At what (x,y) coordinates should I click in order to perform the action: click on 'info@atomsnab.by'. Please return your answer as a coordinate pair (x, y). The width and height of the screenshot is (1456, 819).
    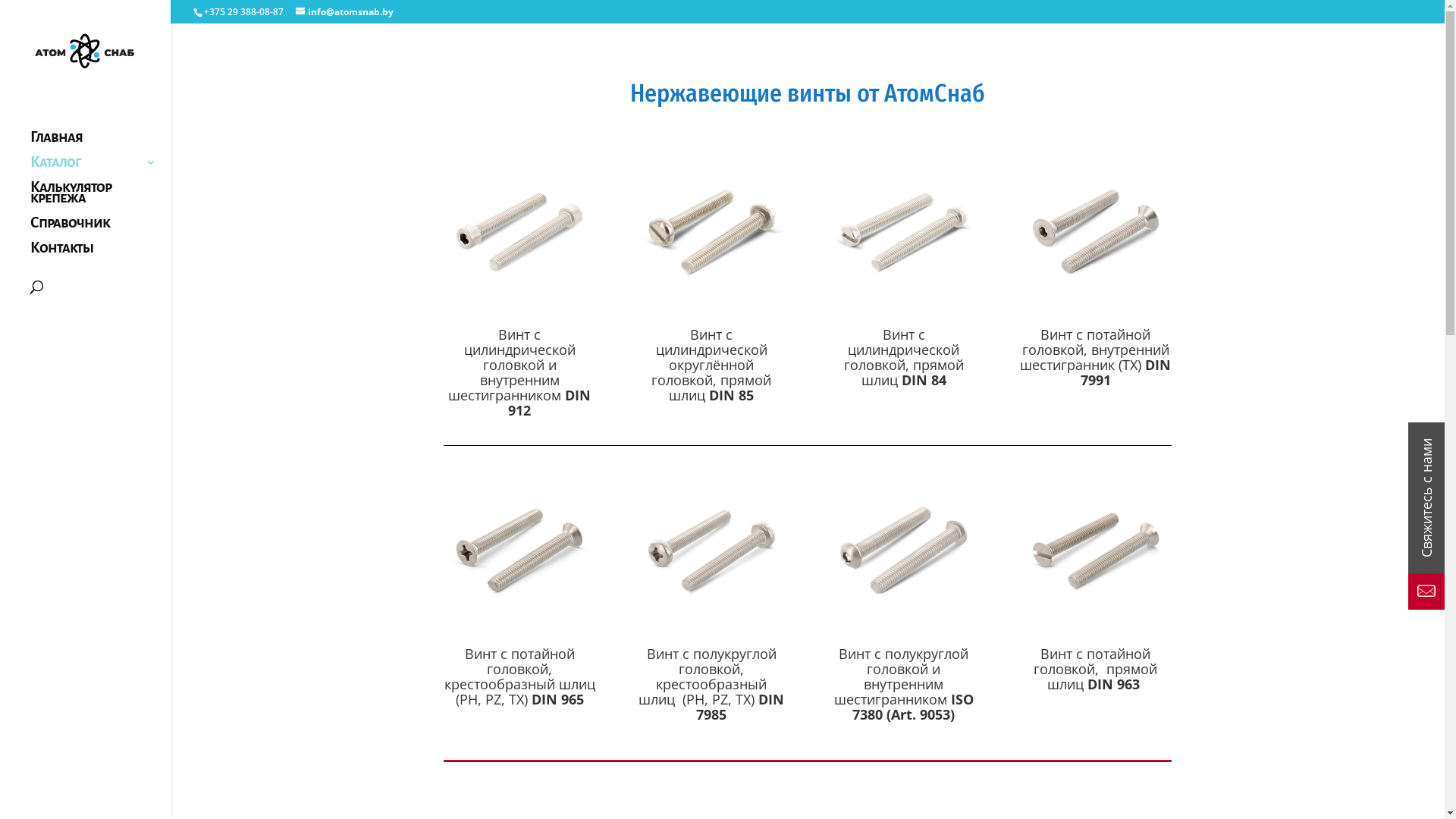
    Looking at the image, I should click on (344, 11).